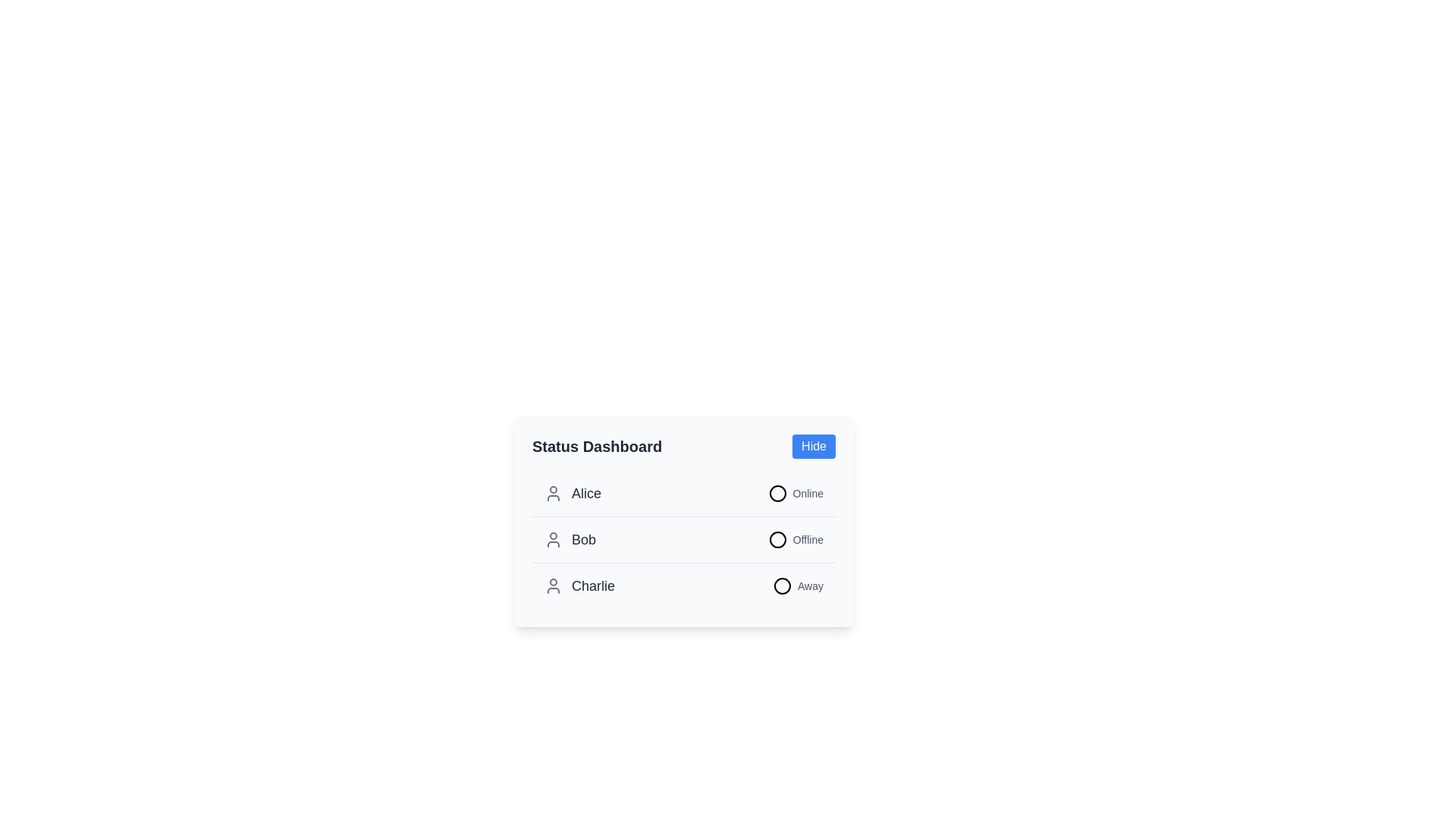 The width and height of the screenshot is (1456, 819). I want to click on on the labelled text element displaying 'Alice' in the 'Status Dashboard', so click(572, 494).